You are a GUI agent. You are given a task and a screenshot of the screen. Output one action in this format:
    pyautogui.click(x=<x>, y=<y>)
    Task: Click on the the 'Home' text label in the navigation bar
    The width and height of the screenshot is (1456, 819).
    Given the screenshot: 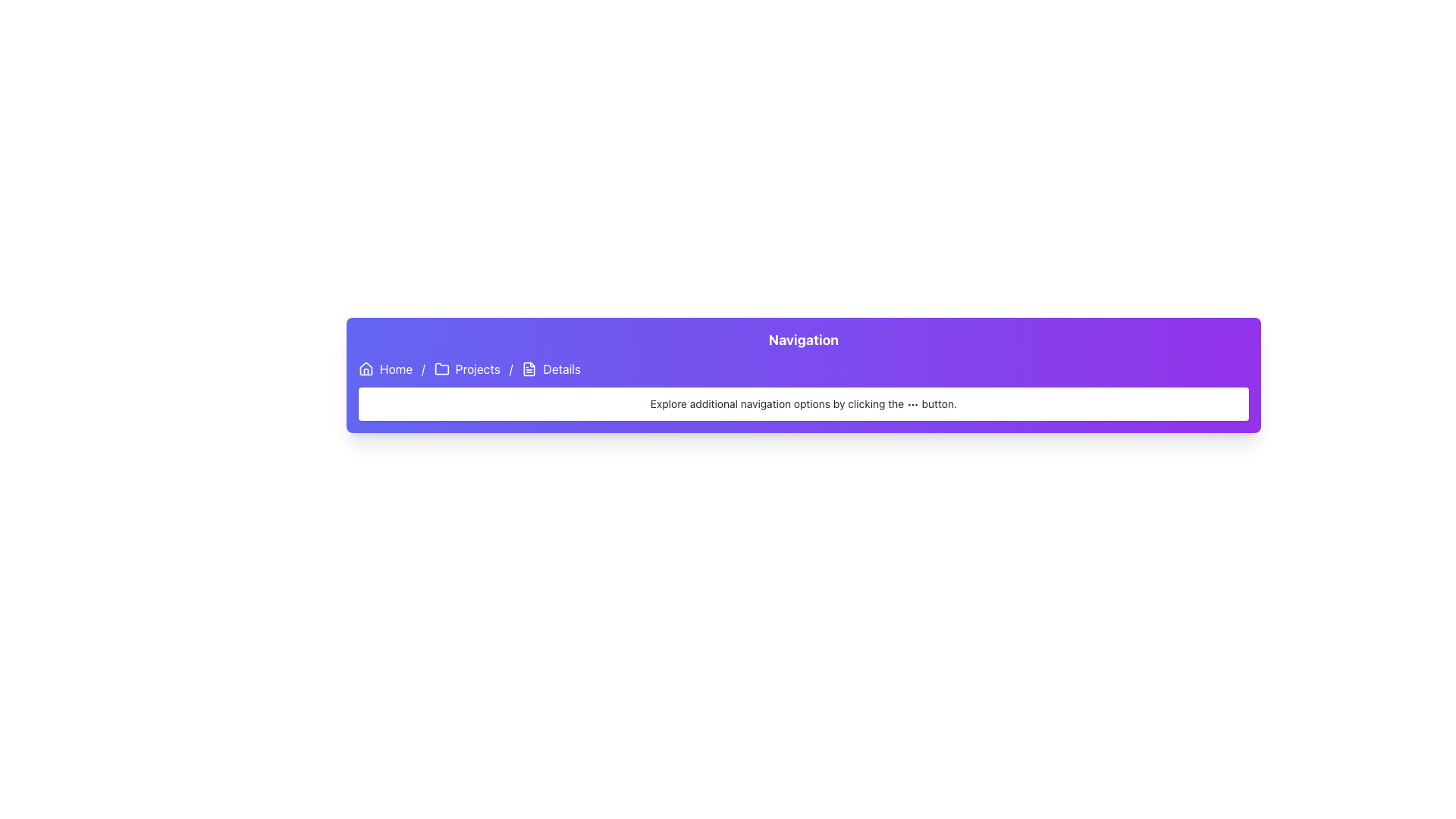 What is the action you would take?
    pyautogui.click(x=396, y=369)
    